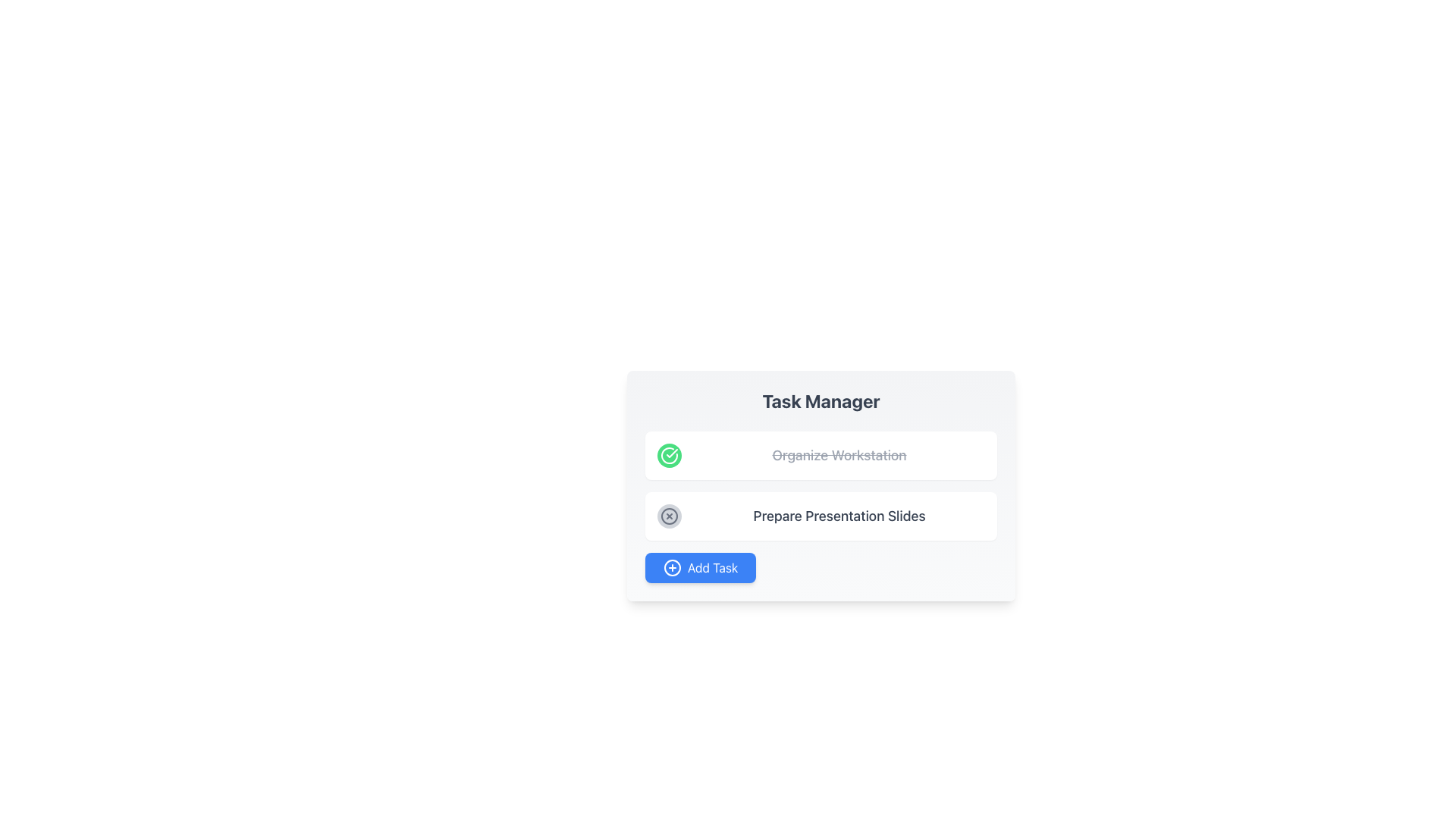 This screenshot has width=1456, height=819. What do you see at coordinates (839, 516) in the screenshot?
I see `the text label that presents the task name 'Prepare Presentation Slides' in a task management interface` at bounding box center [839, 516].